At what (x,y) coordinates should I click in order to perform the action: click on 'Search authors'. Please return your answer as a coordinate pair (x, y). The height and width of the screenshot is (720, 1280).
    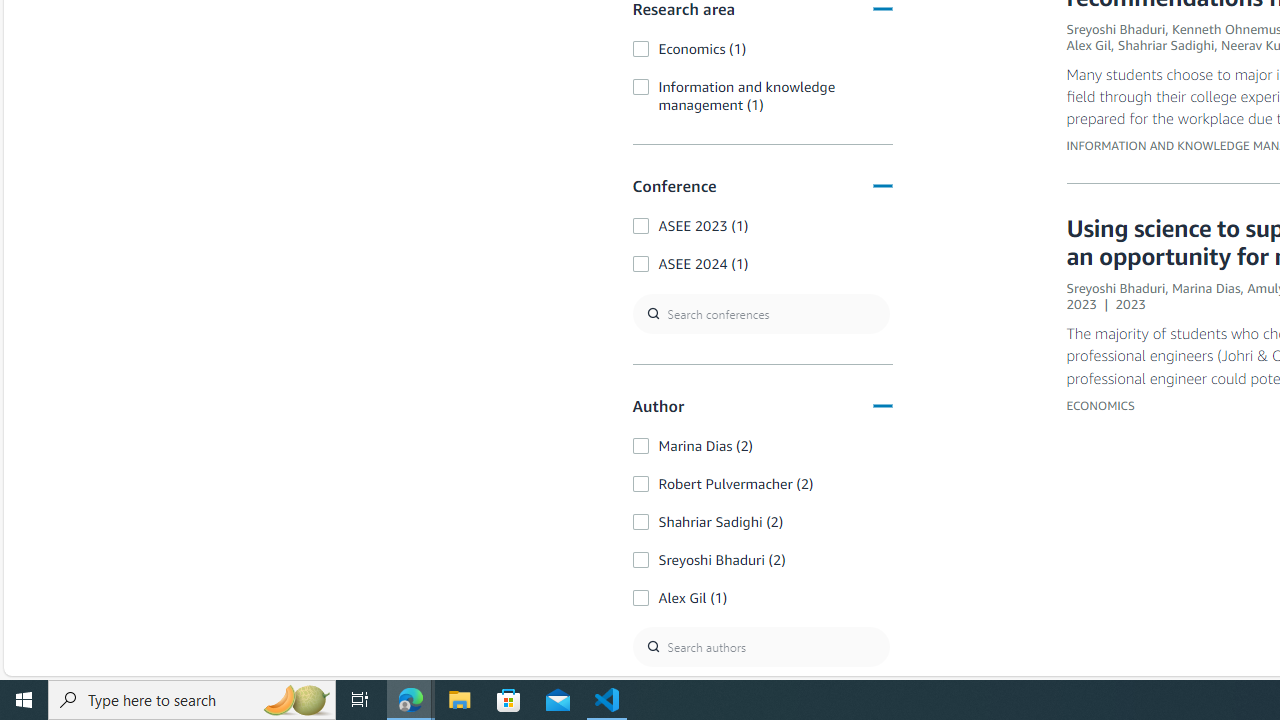
    Looking at the image, I should click on (759, 646).